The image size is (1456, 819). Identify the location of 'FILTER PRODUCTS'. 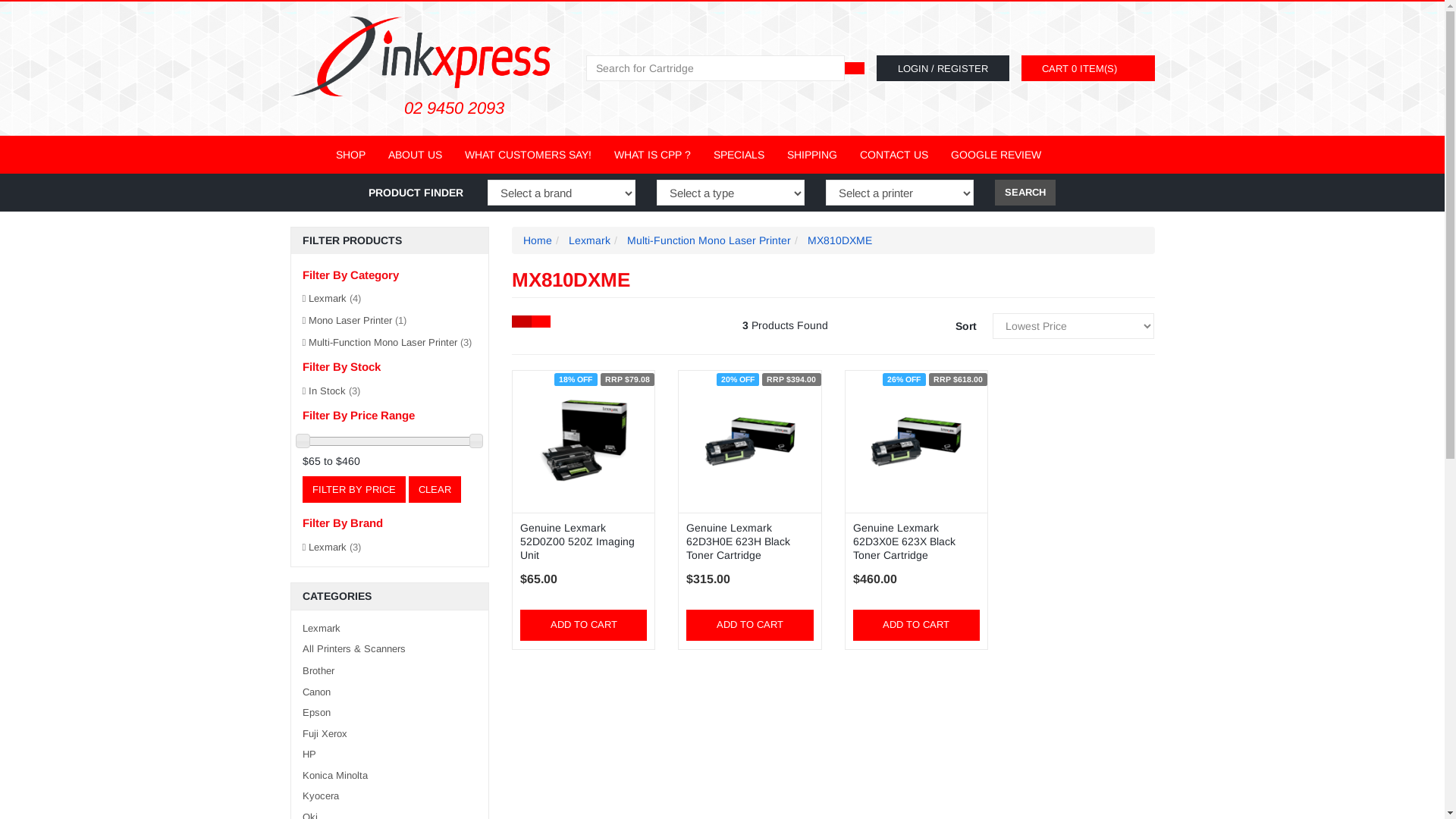
(389, 240).